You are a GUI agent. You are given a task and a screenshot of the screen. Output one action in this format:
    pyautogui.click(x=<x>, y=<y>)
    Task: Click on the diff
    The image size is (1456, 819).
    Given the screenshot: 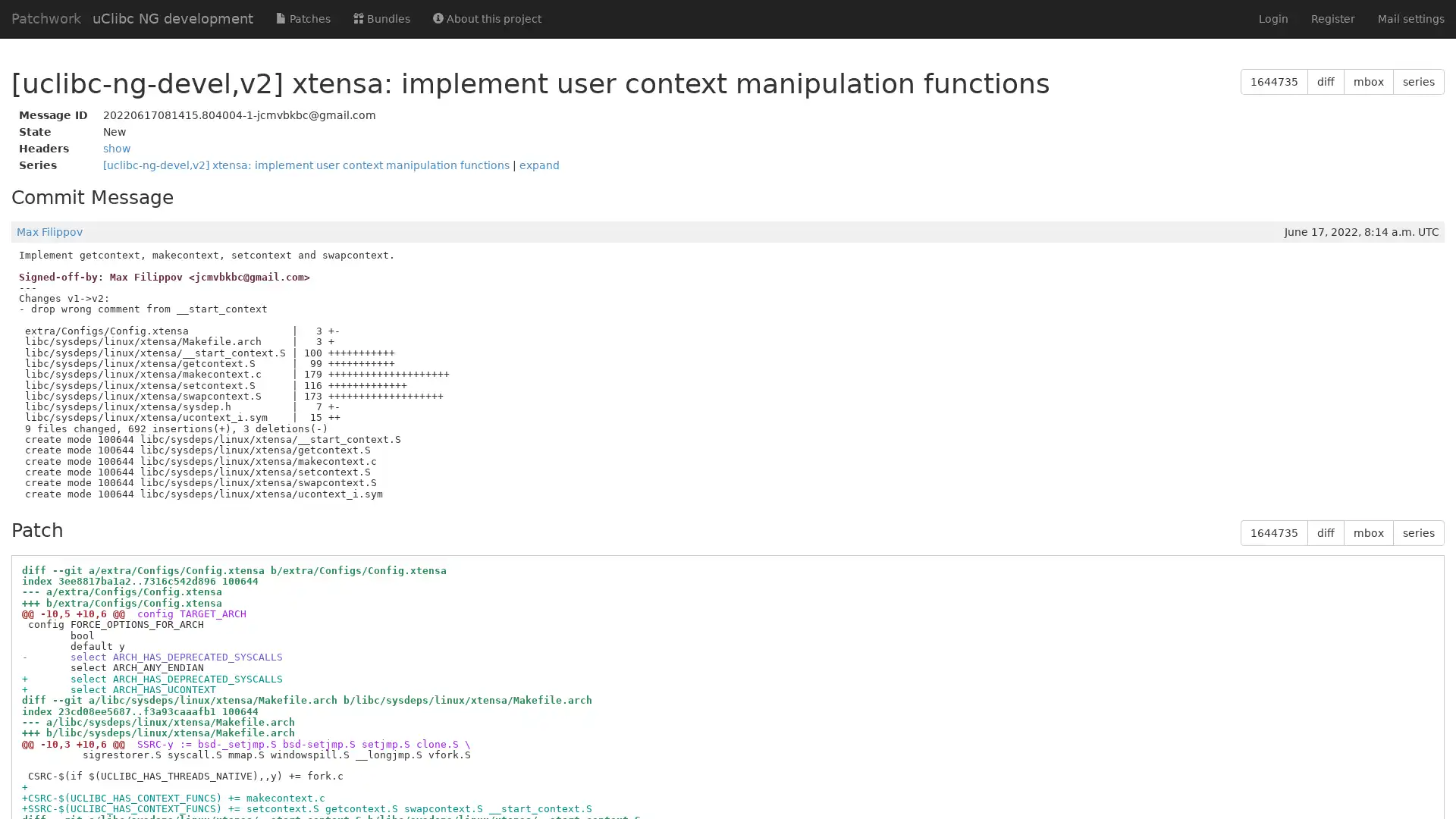 What is the action you would take?
    pyautogui.click(x=1325, y=82)
    